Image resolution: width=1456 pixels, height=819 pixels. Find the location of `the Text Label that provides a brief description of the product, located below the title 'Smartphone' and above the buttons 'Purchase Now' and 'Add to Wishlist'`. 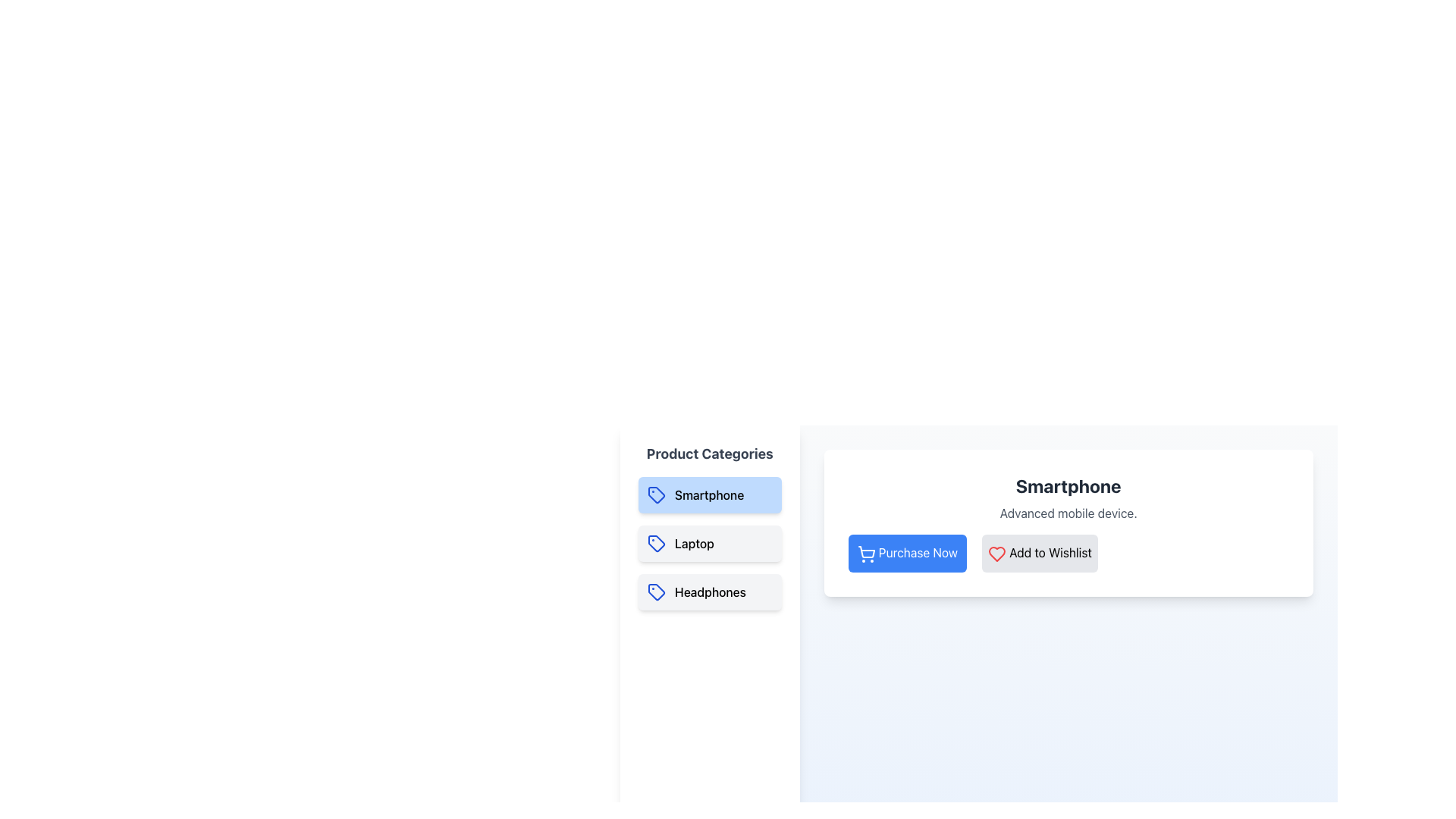

the Text Label that provides a brief description of the product, located below the title 'Smartphone' and above the buttons 'Purchase Now' and 'Add to Wishlist' is located at coordinates (1068, 513).